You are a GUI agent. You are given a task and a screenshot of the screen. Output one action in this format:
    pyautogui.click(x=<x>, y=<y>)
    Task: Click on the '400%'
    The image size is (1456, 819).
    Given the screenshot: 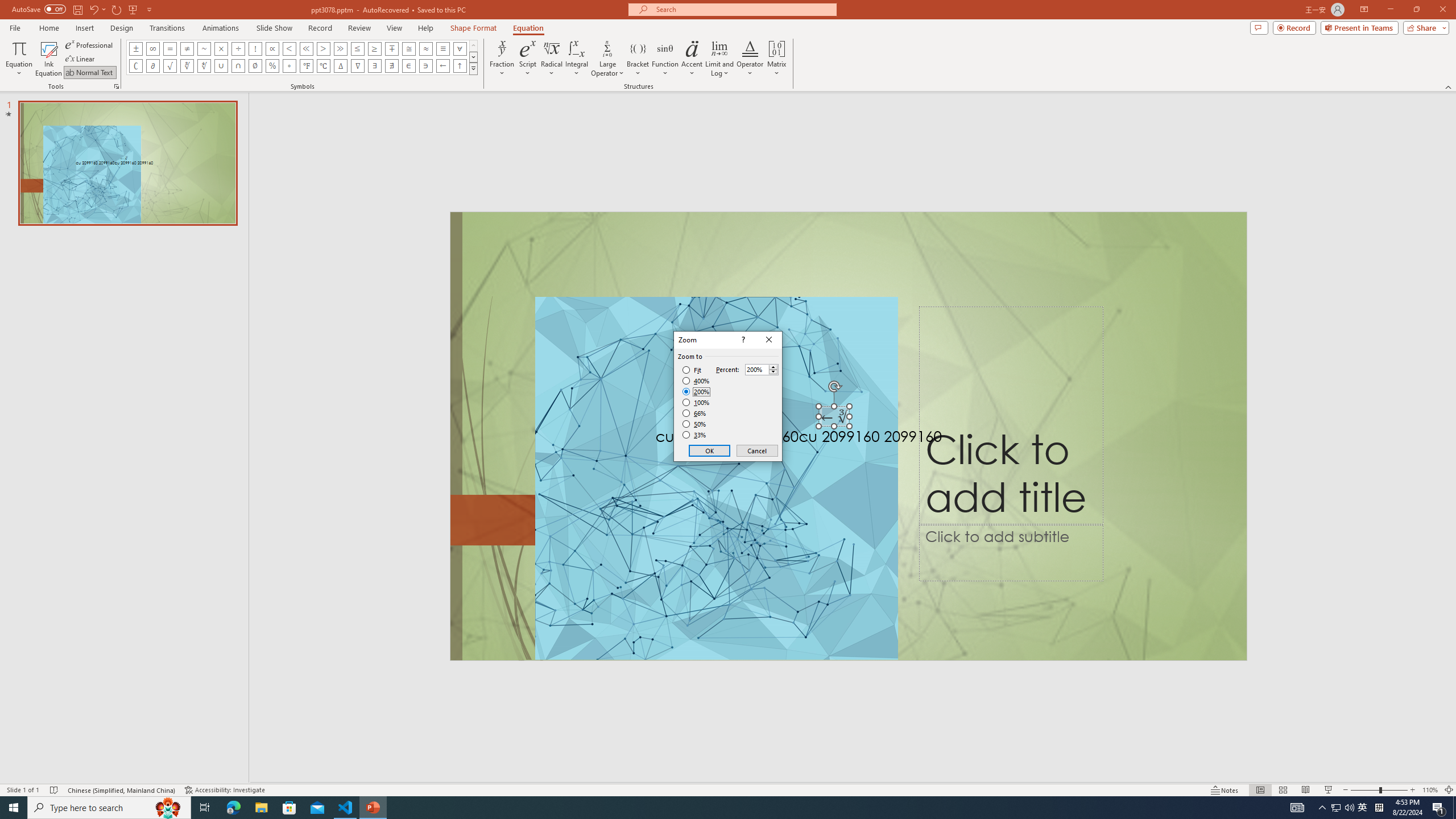 What is the action you would take?
    pyautogui.click(x=696, y=381)
    